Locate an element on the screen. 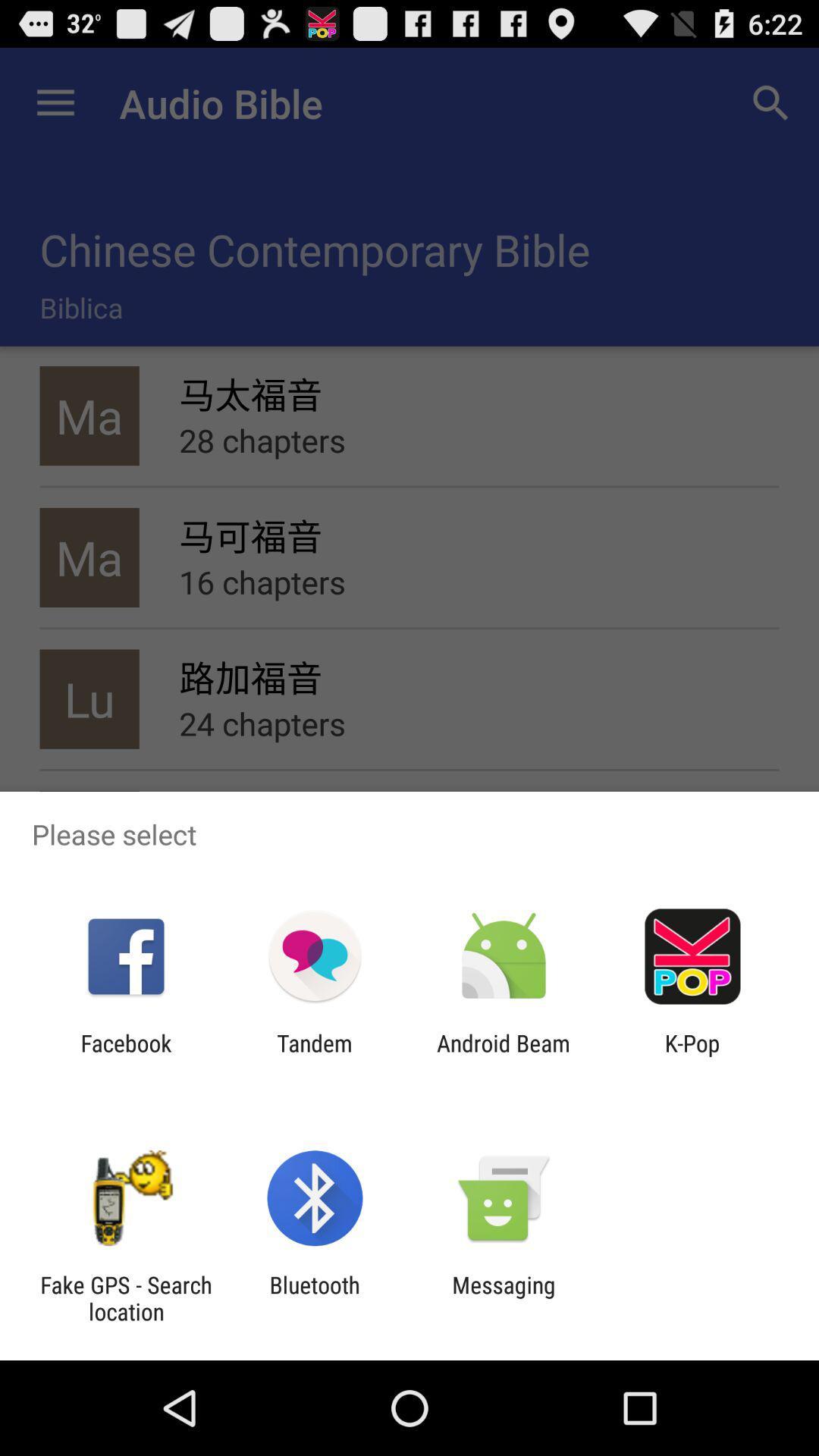  the bluetooth app is located at coordinates (314, 1298).